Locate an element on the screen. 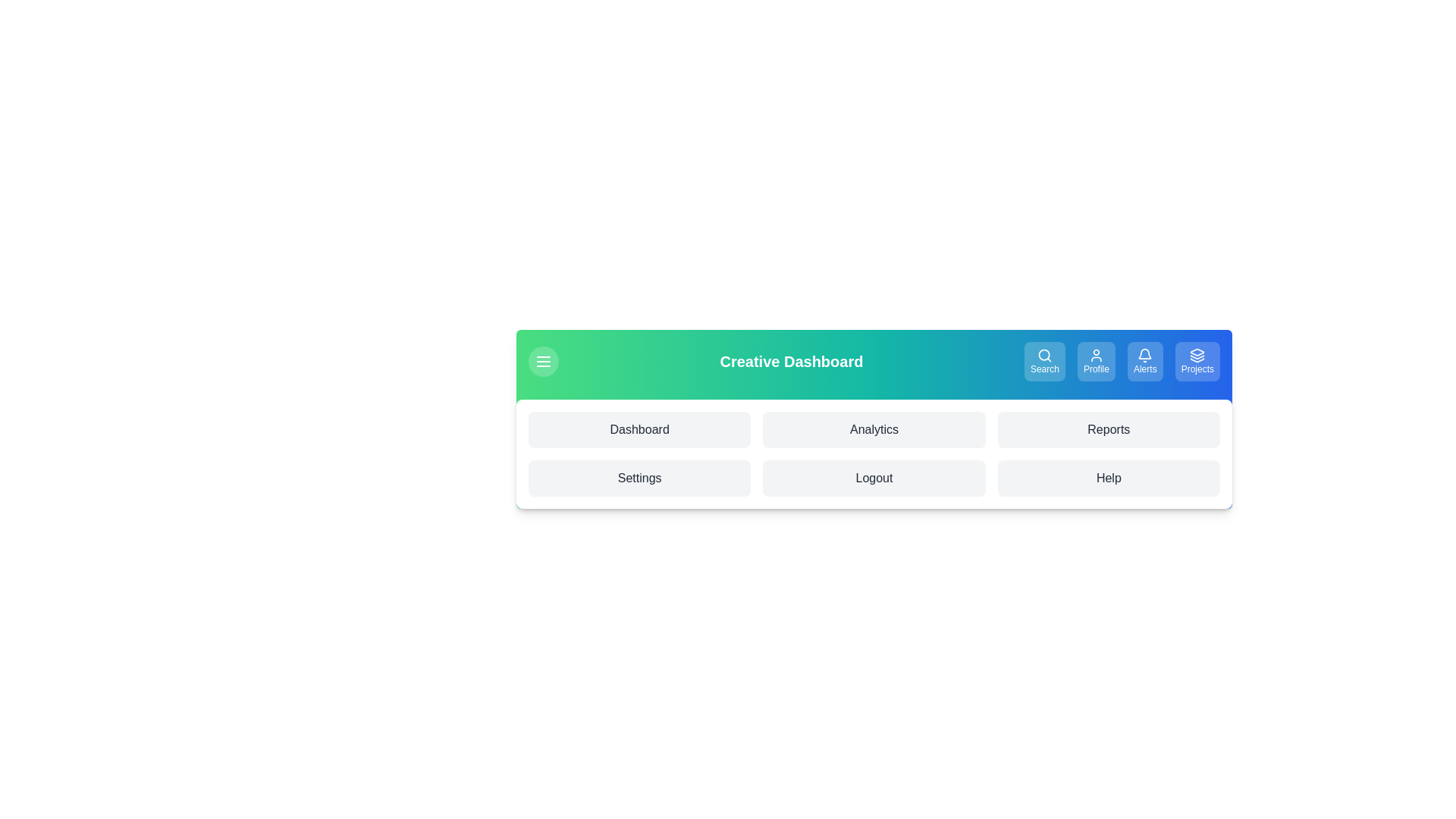 The height and width of the screenshot is (819, 1456). the 'Profile' button in the navigation bar is located at coordinates (1095, 362).